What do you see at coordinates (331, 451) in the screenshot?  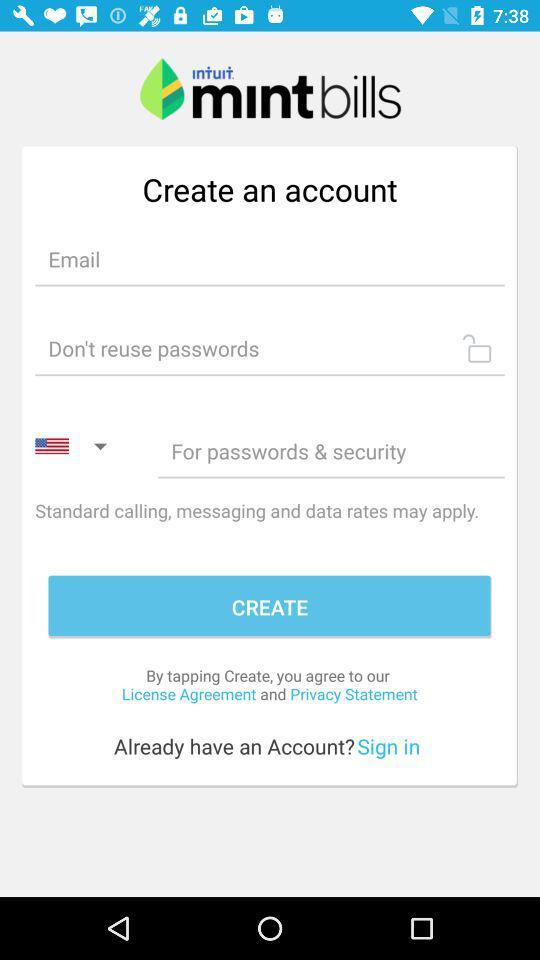 I see `enter number` at bounding box center [331, 451].